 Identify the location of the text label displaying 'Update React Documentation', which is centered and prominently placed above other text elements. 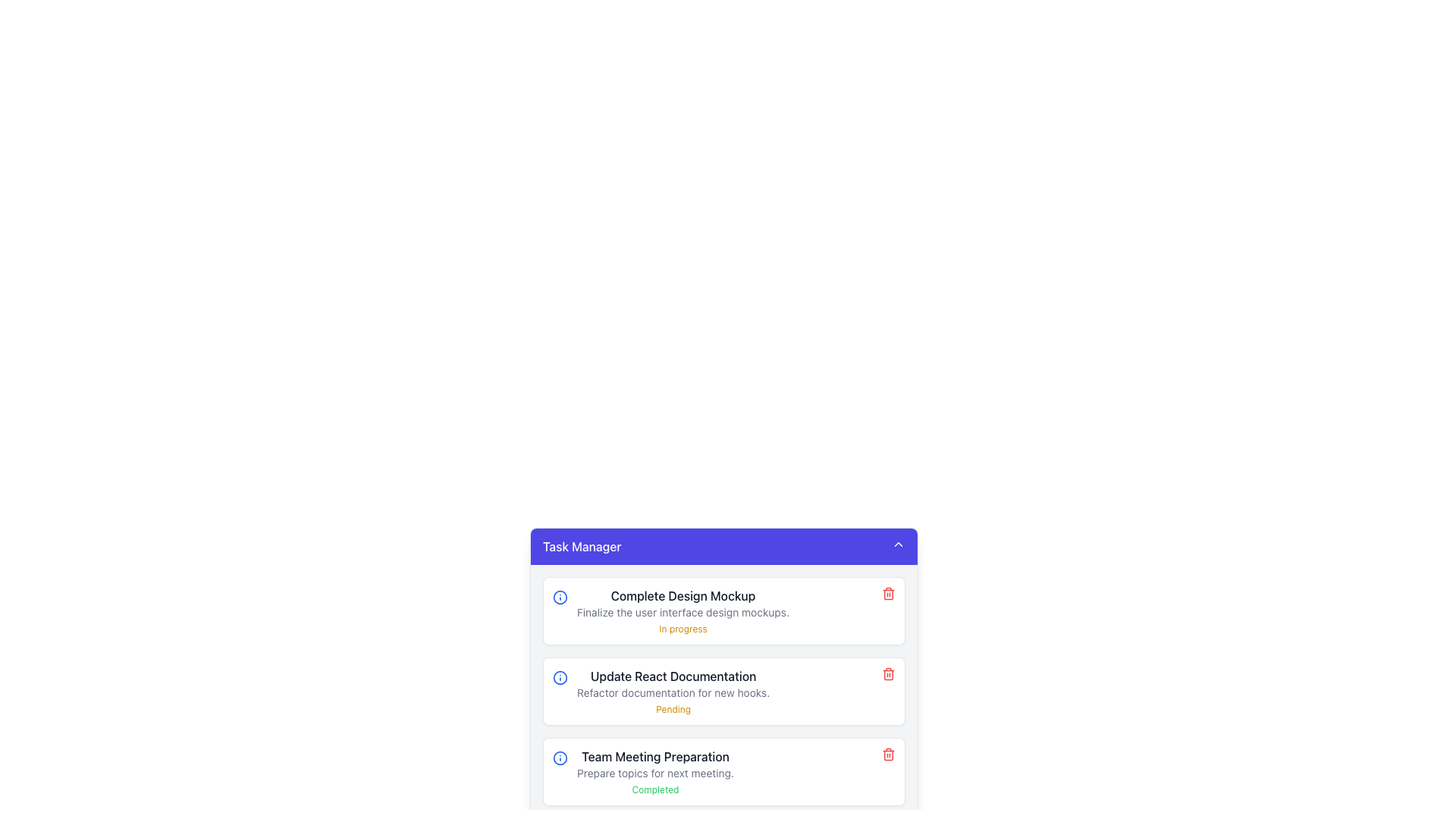
(673, 675).